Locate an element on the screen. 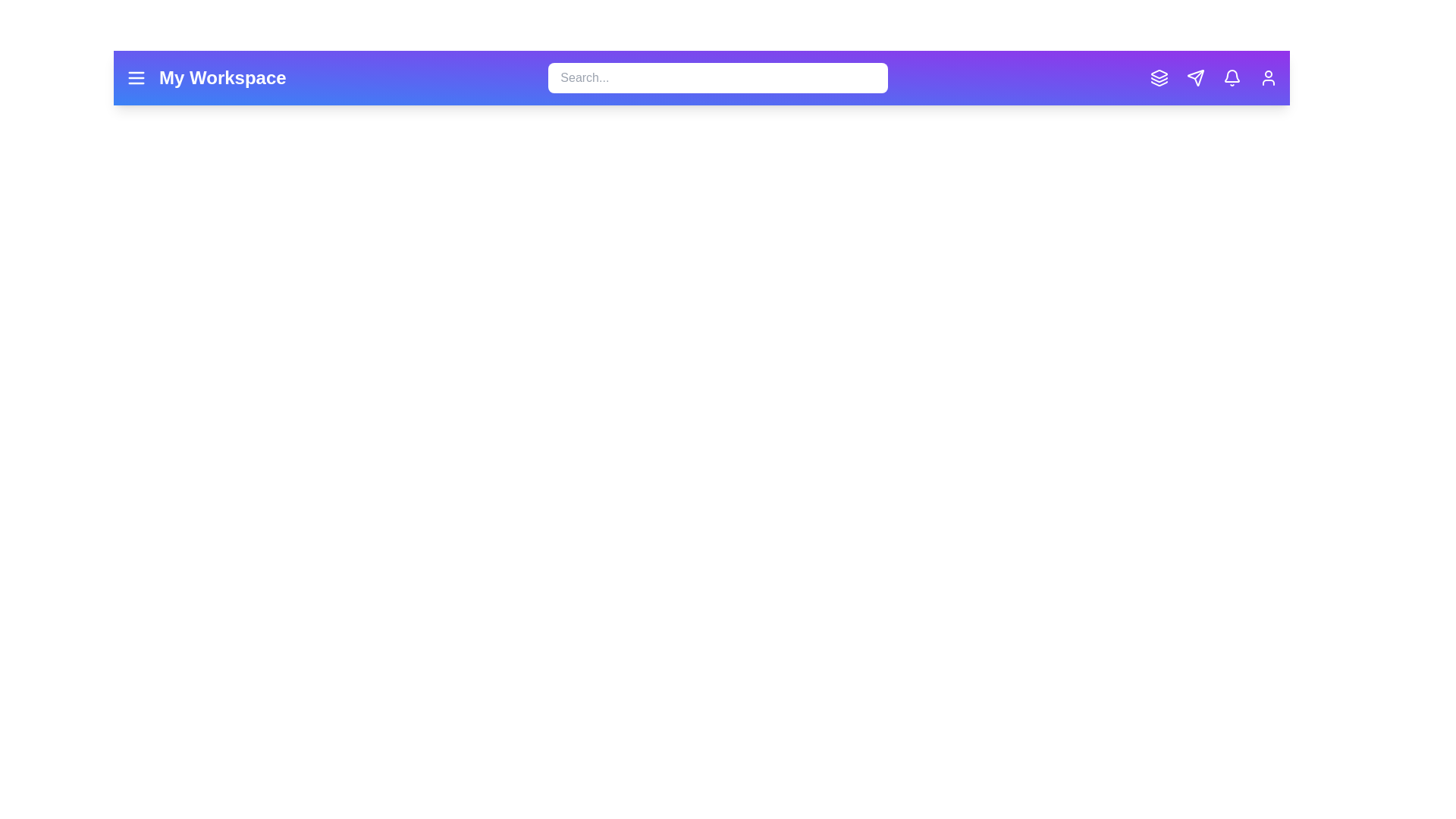 Image resolution: width=1456 pixels, height=819 pixels. the navigation icon Notifications is located at coordinates (1232, 78).